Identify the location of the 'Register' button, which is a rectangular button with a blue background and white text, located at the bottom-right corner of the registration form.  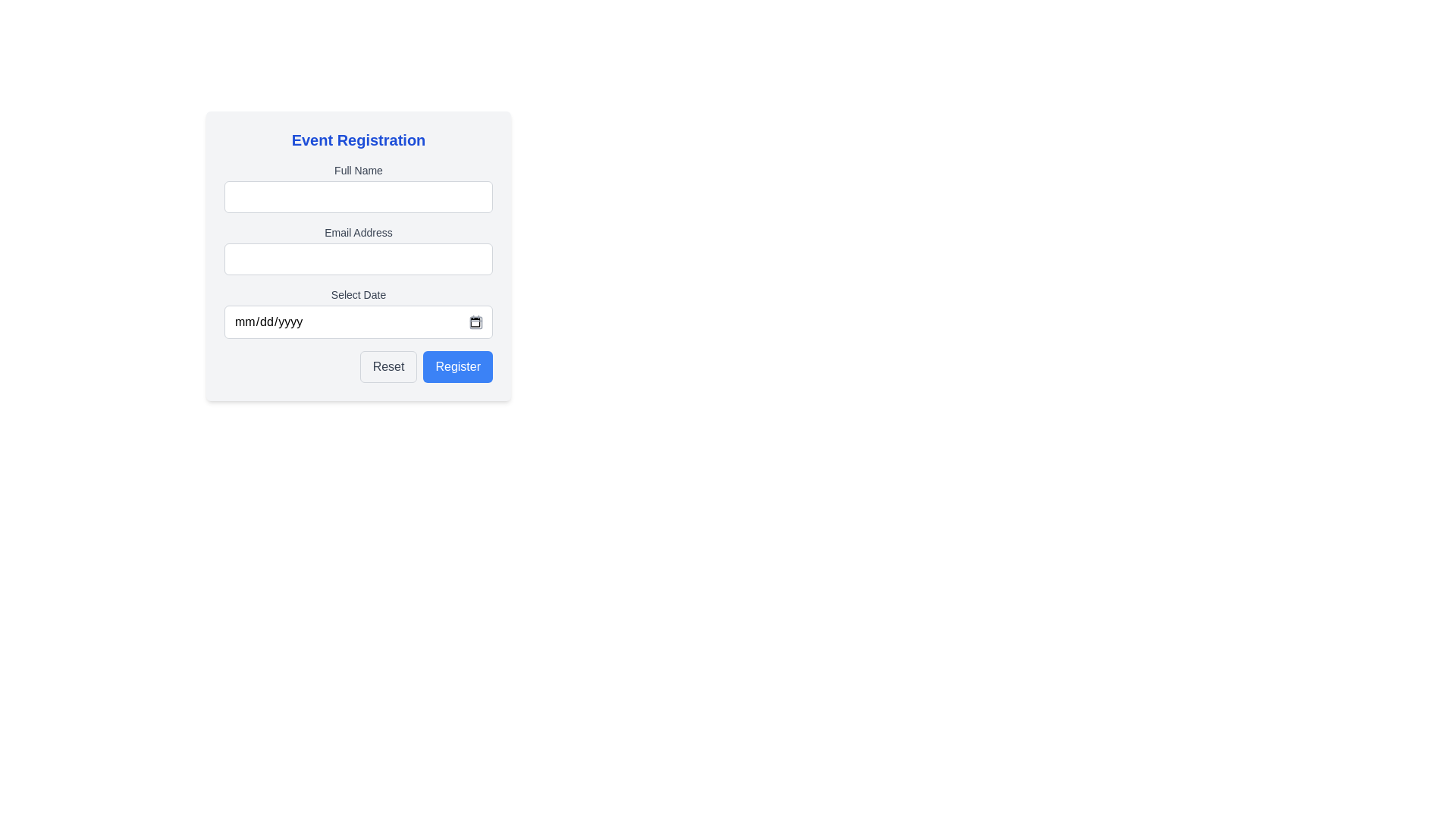
(457, 366).